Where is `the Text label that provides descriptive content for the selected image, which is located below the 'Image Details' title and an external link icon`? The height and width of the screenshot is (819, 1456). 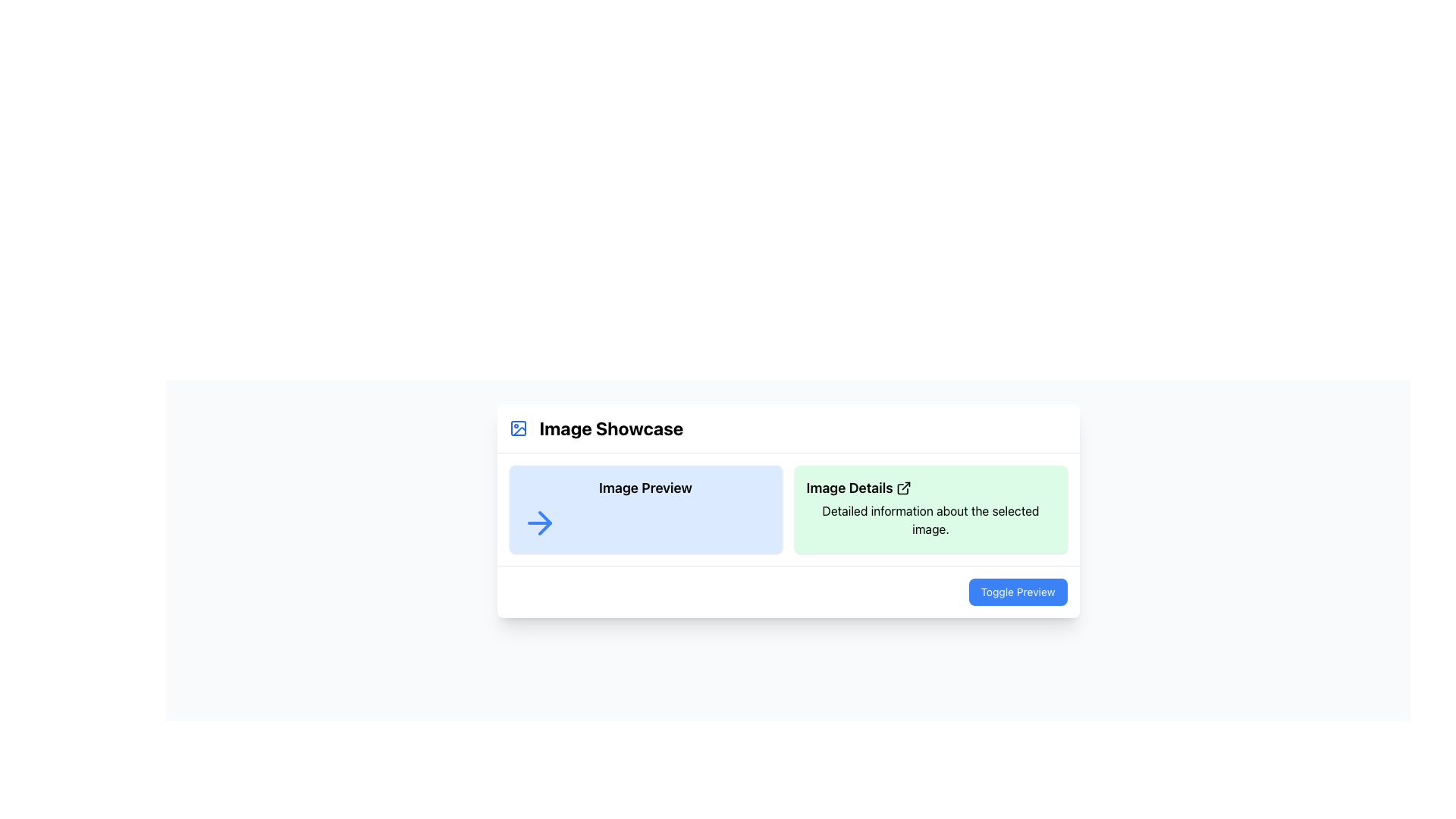
the Text label that provides descriptive content for the selected image, which is located below the 'Image Details' title and an external link icon is located at coordinates (930, 519).